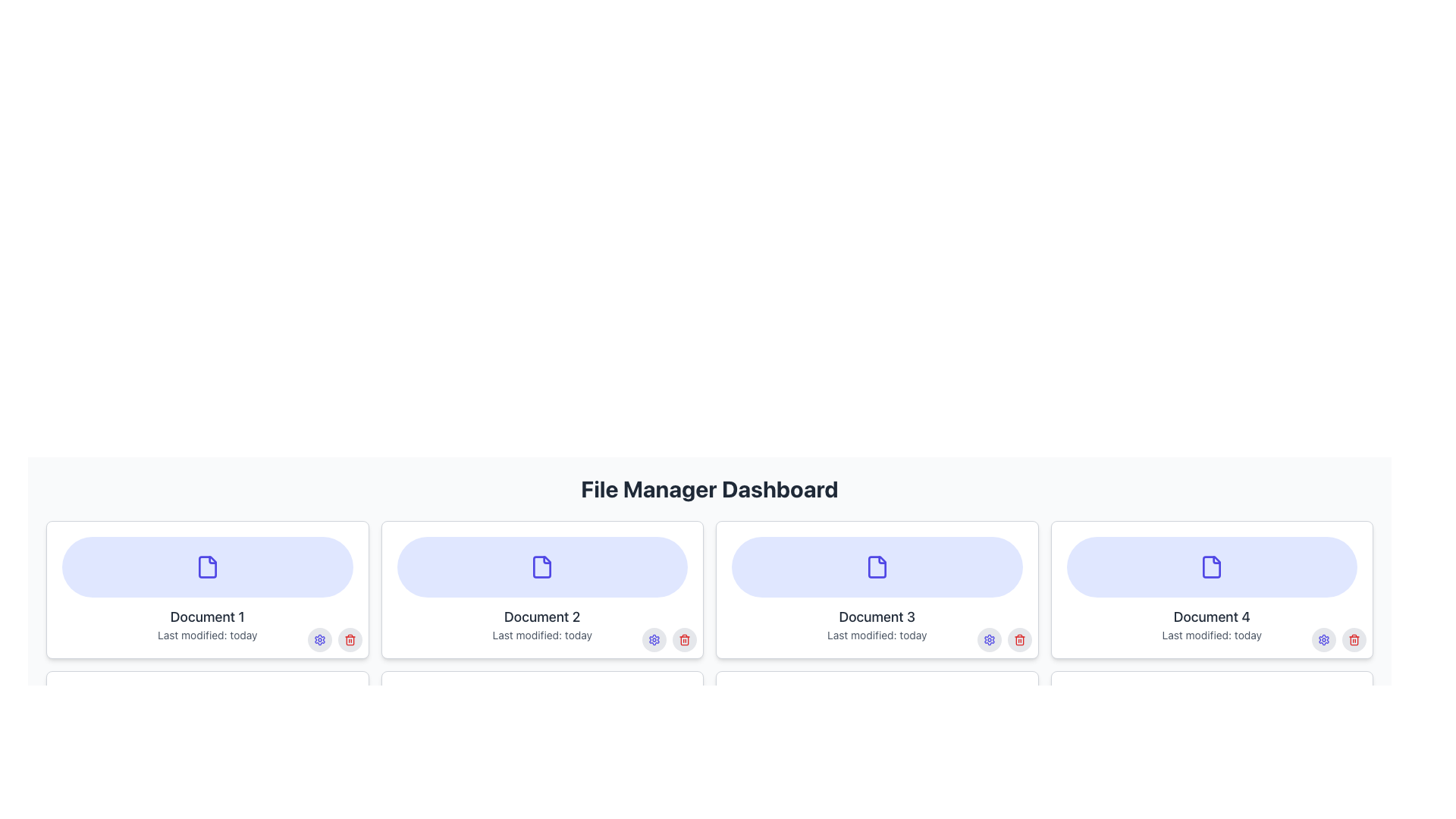  What do you see at coordinates (542, 589) in the screenshot?
I see `the second document entry card in the grid layout` at bounding box center [542, 589].